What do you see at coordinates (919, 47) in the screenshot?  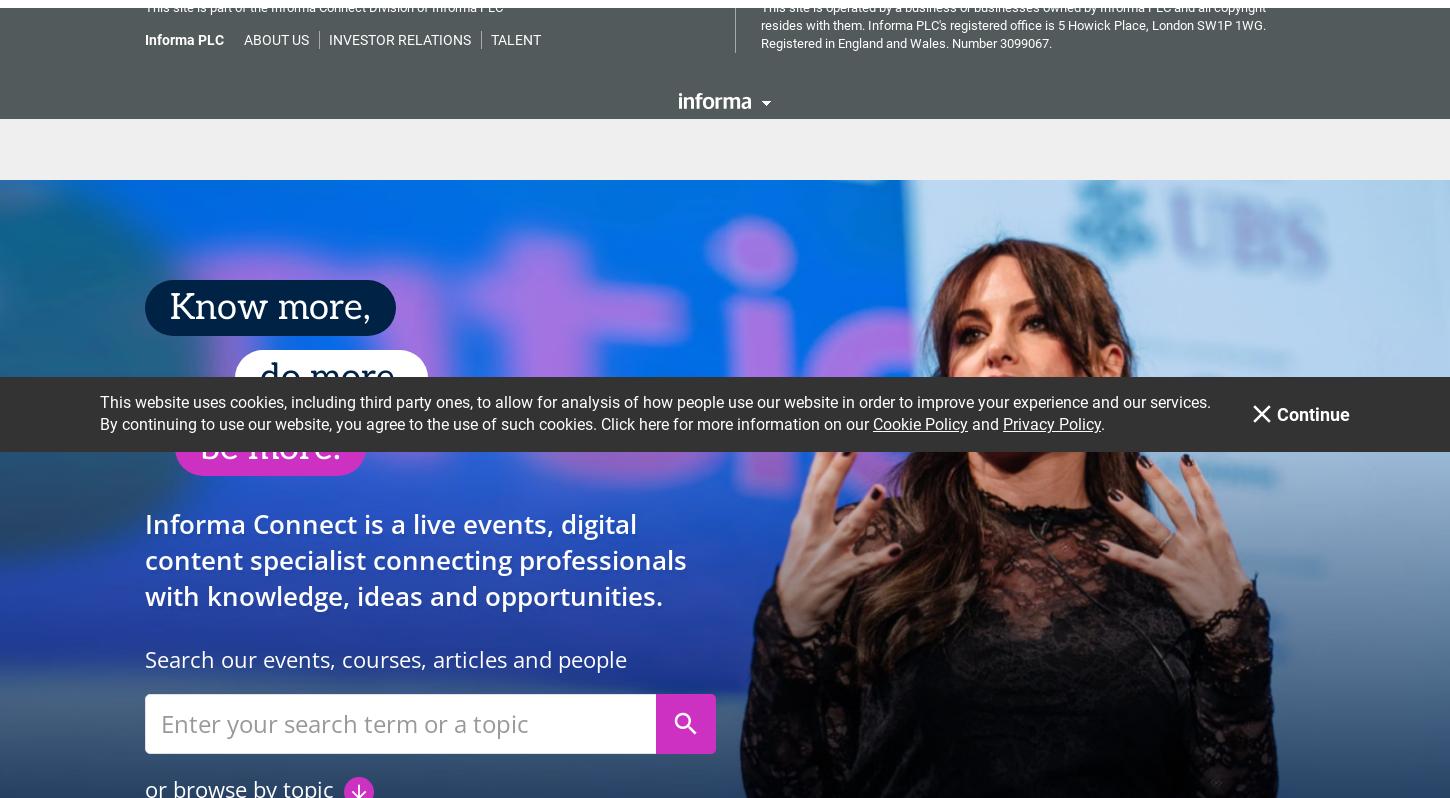 I see `'Cookie Policy'` at bounding box center [919, 47].